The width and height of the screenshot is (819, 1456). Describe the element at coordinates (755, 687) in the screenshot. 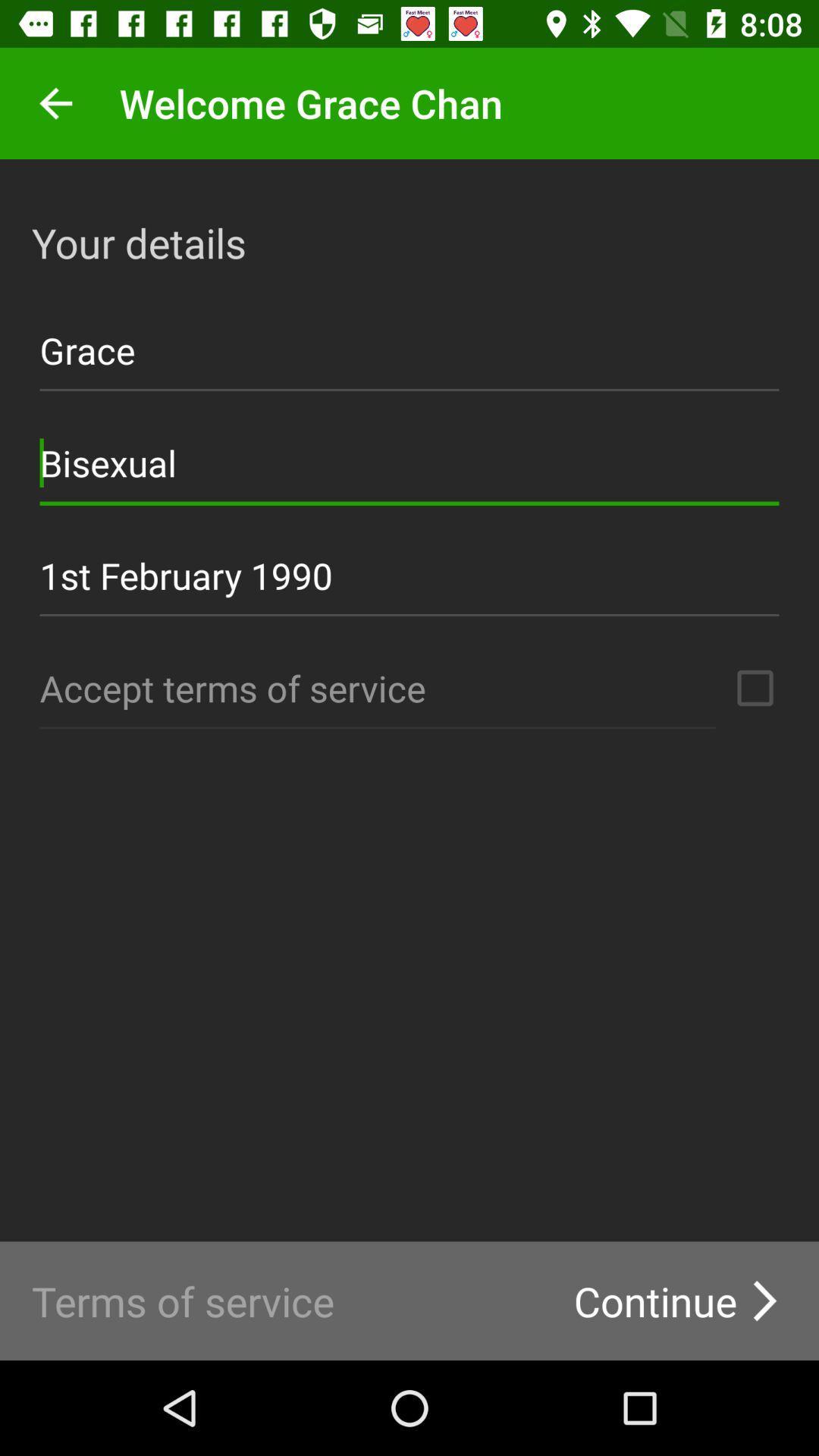

I see `terms of service` at that location.